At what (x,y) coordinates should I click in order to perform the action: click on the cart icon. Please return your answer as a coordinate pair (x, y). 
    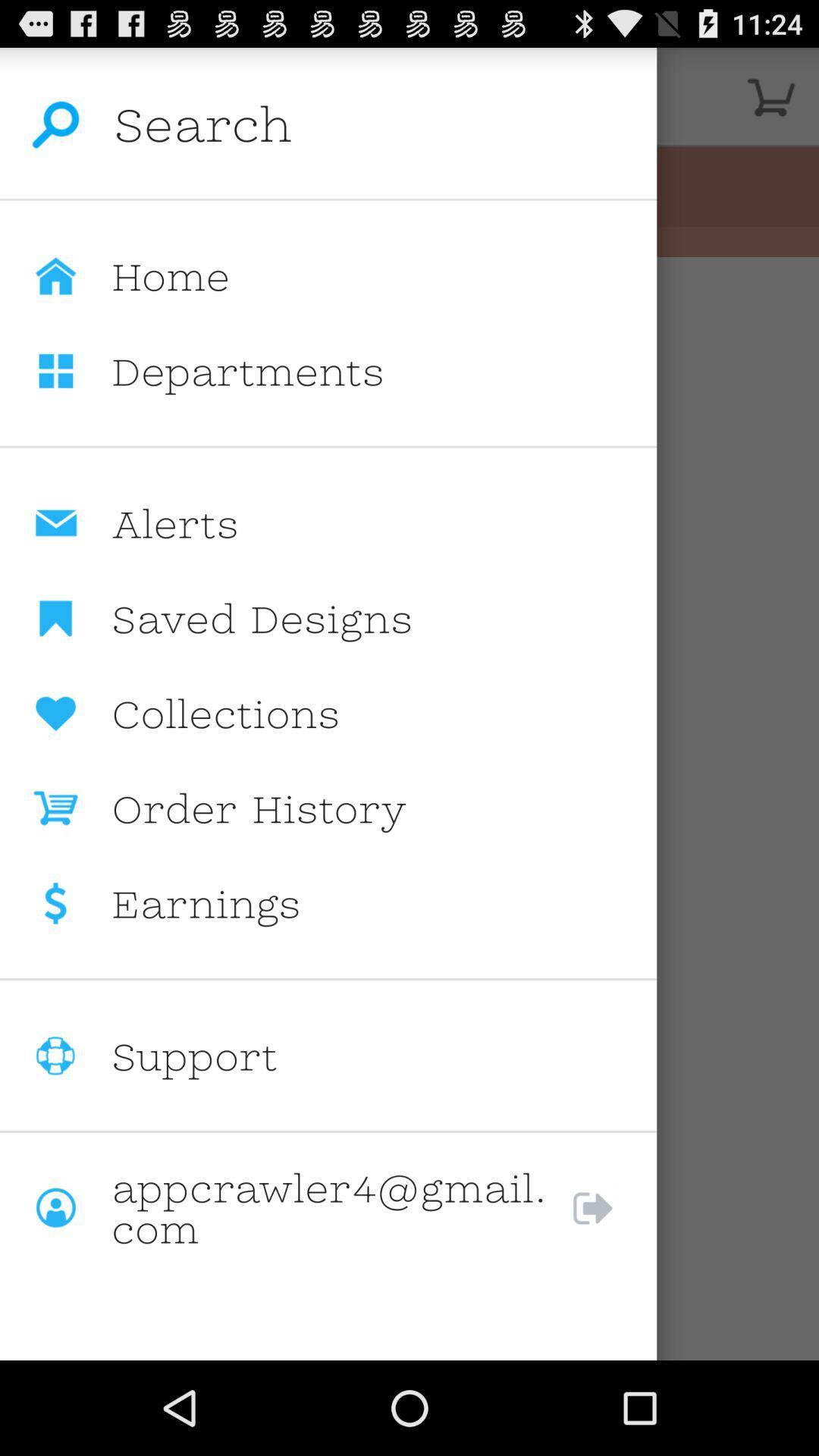
    Looking at the image, I should click on (771, 103).